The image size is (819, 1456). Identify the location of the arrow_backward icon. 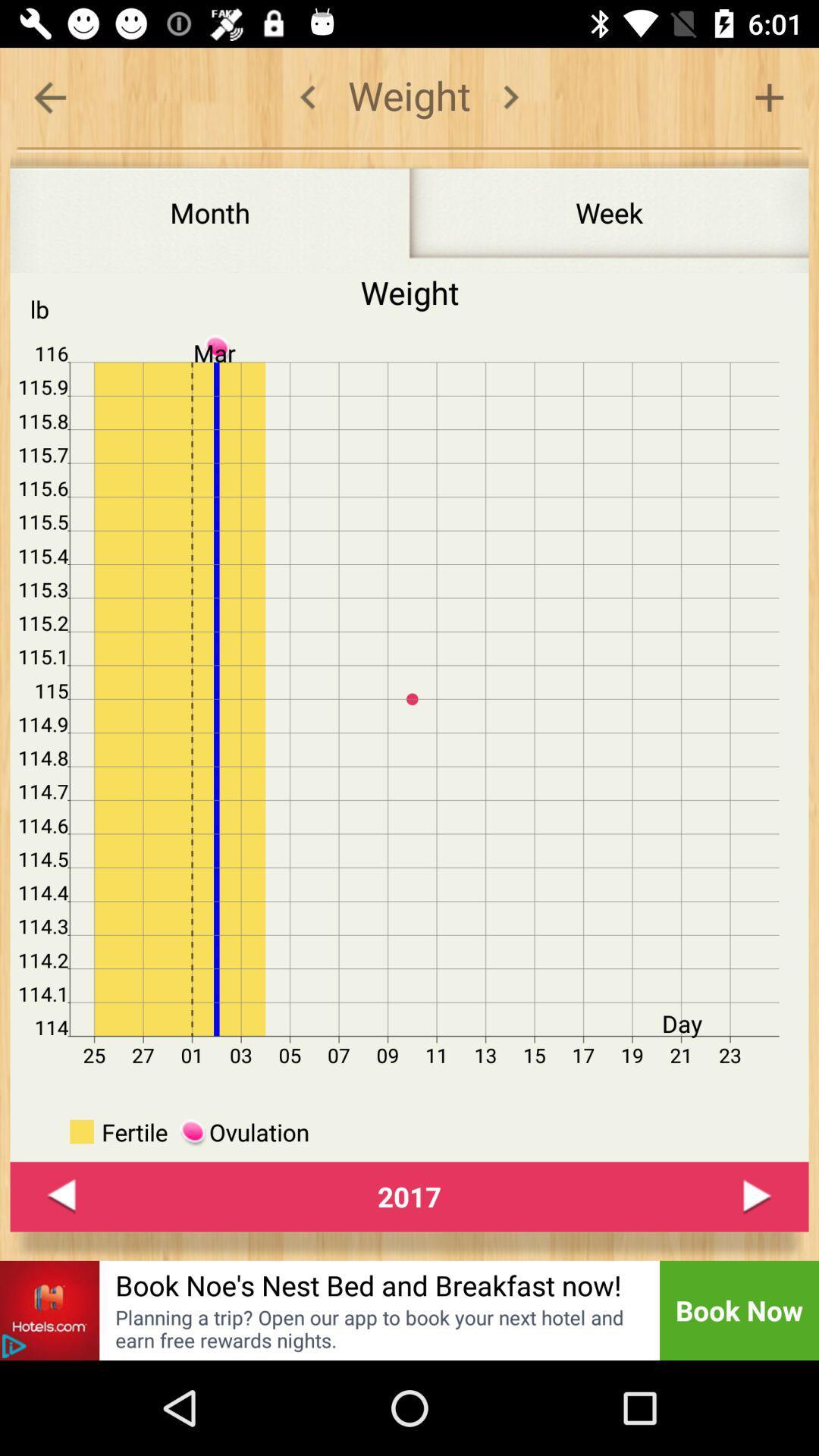
(61, 1196).